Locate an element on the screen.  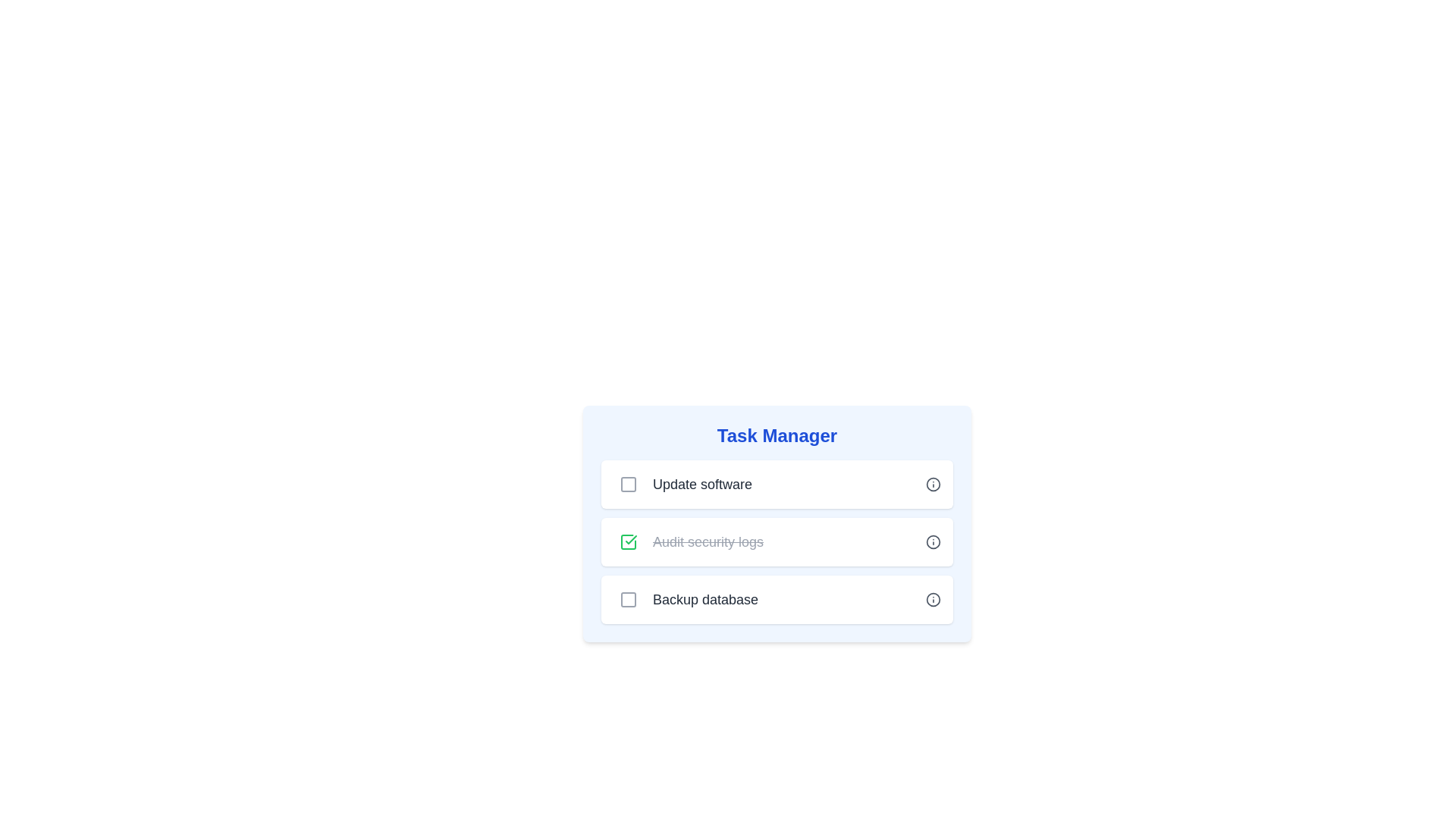
the Icon button located is located at coordinates (932, 485).